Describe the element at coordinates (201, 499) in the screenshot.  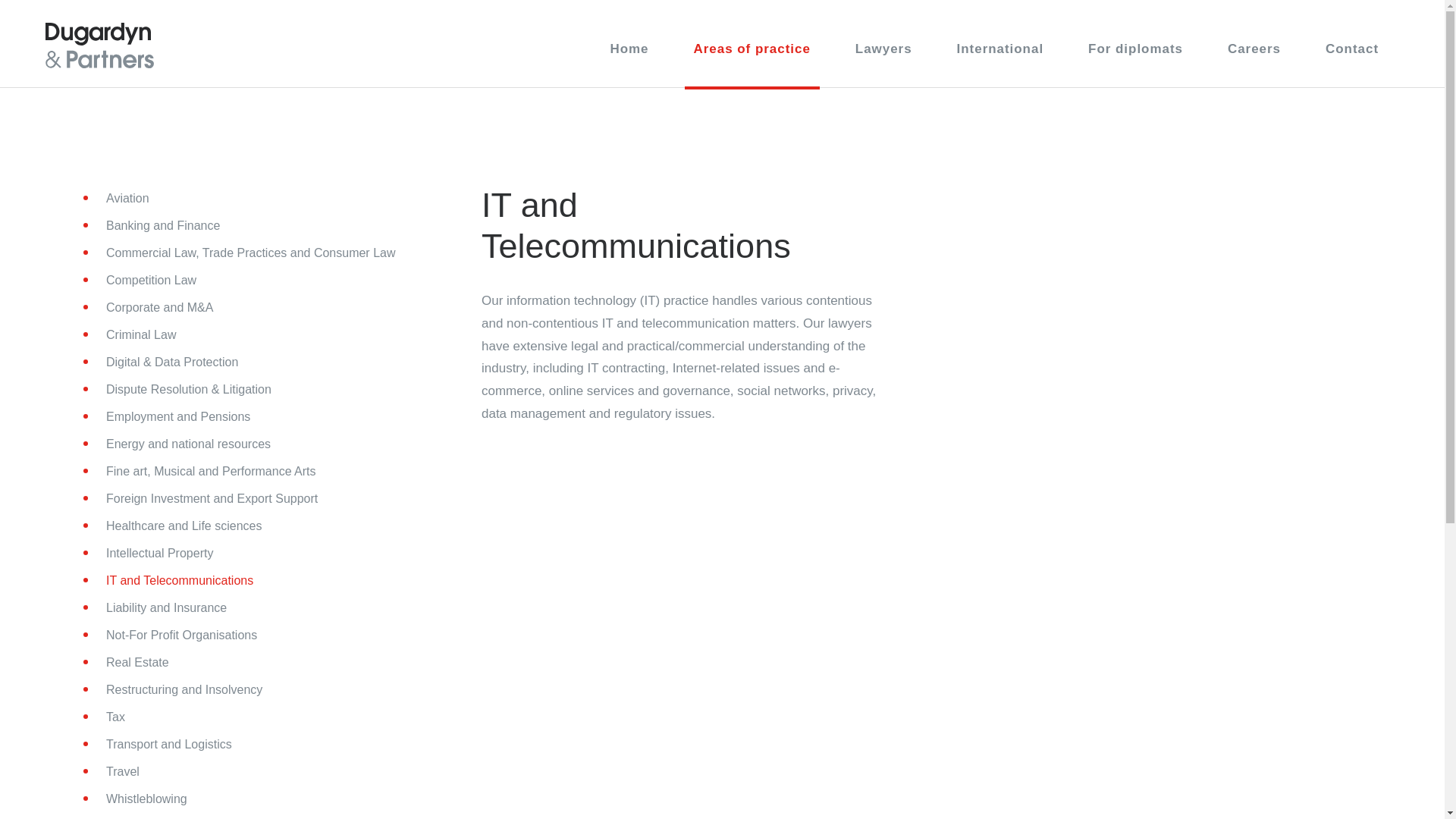
I see `'Foreign Investment and Export Support'` at that location.